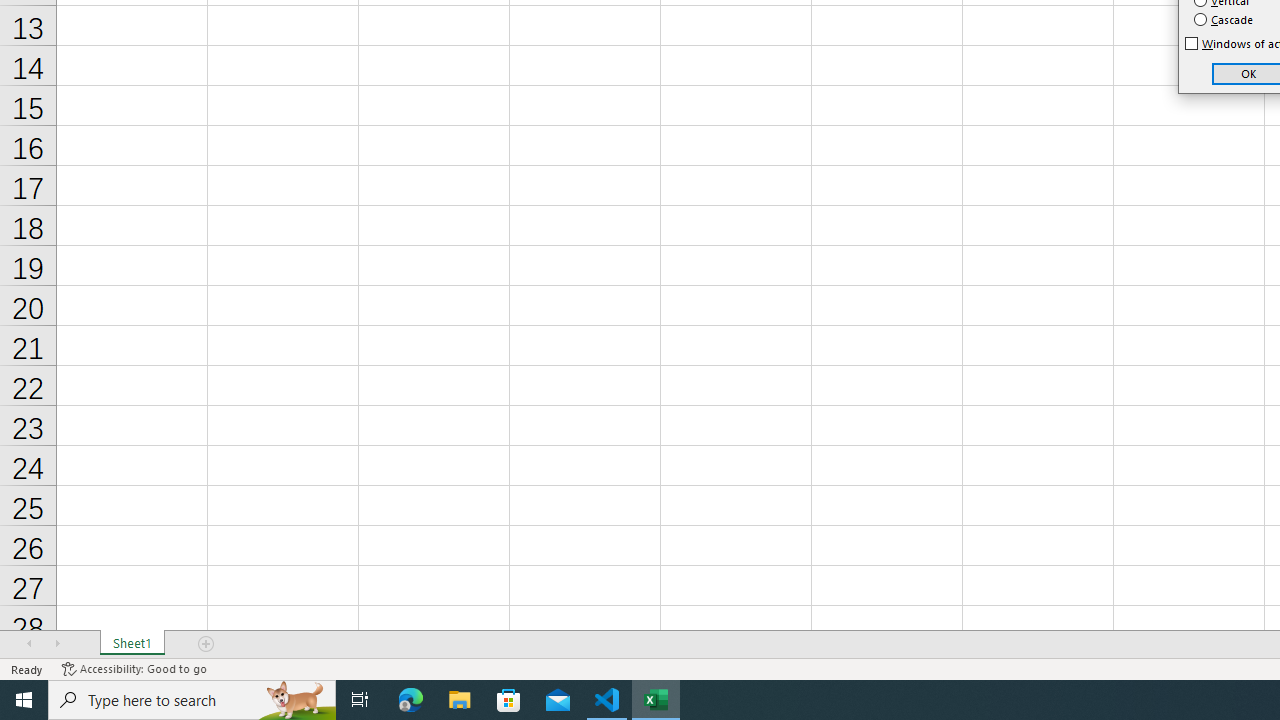 The height and width of the screenshot is (720, 1280). I want to click on 'Search highlights icon opens search home window', so click(294, 698).